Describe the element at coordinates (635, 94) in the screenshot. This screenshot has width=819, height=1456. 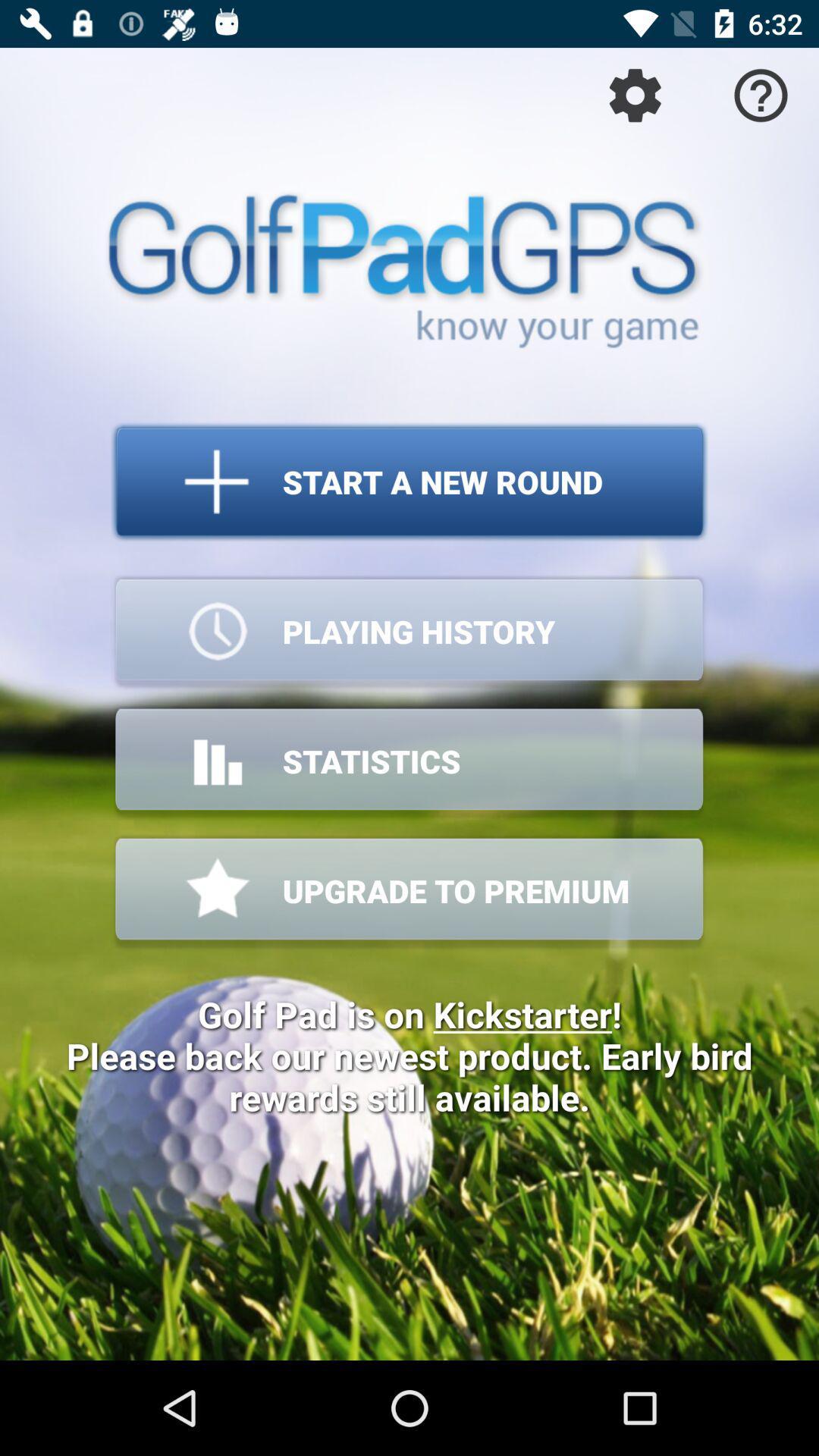
I see `the settings icon` at that location.